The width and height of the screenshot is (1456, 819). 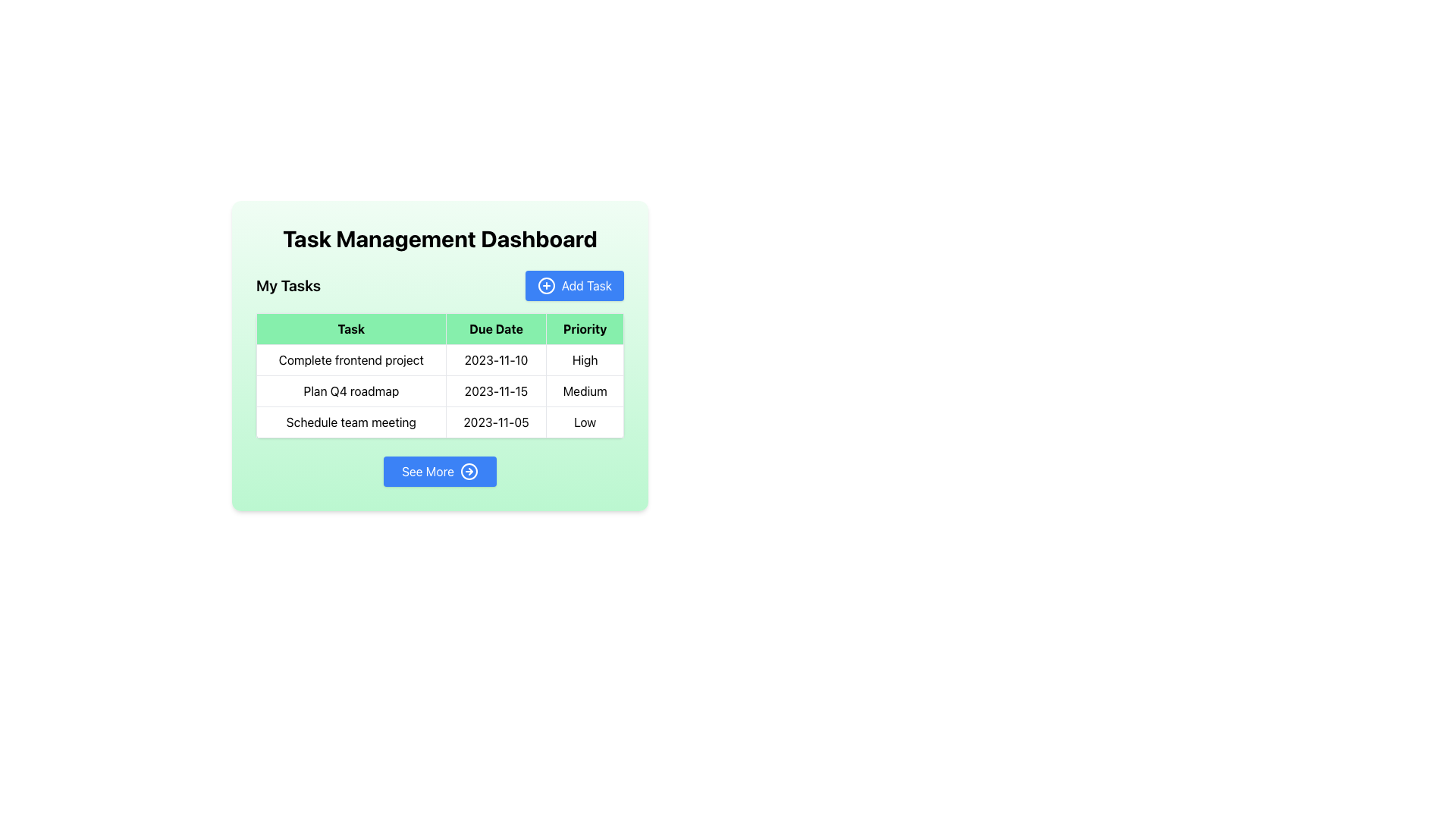 What do you see at coordinates (469, 470) in the screenshot?
I see `the SVG Icon located to the right of the 'See More' text within the blue button at the bottom of the dashboard interface` at bounding box center [469, 470].